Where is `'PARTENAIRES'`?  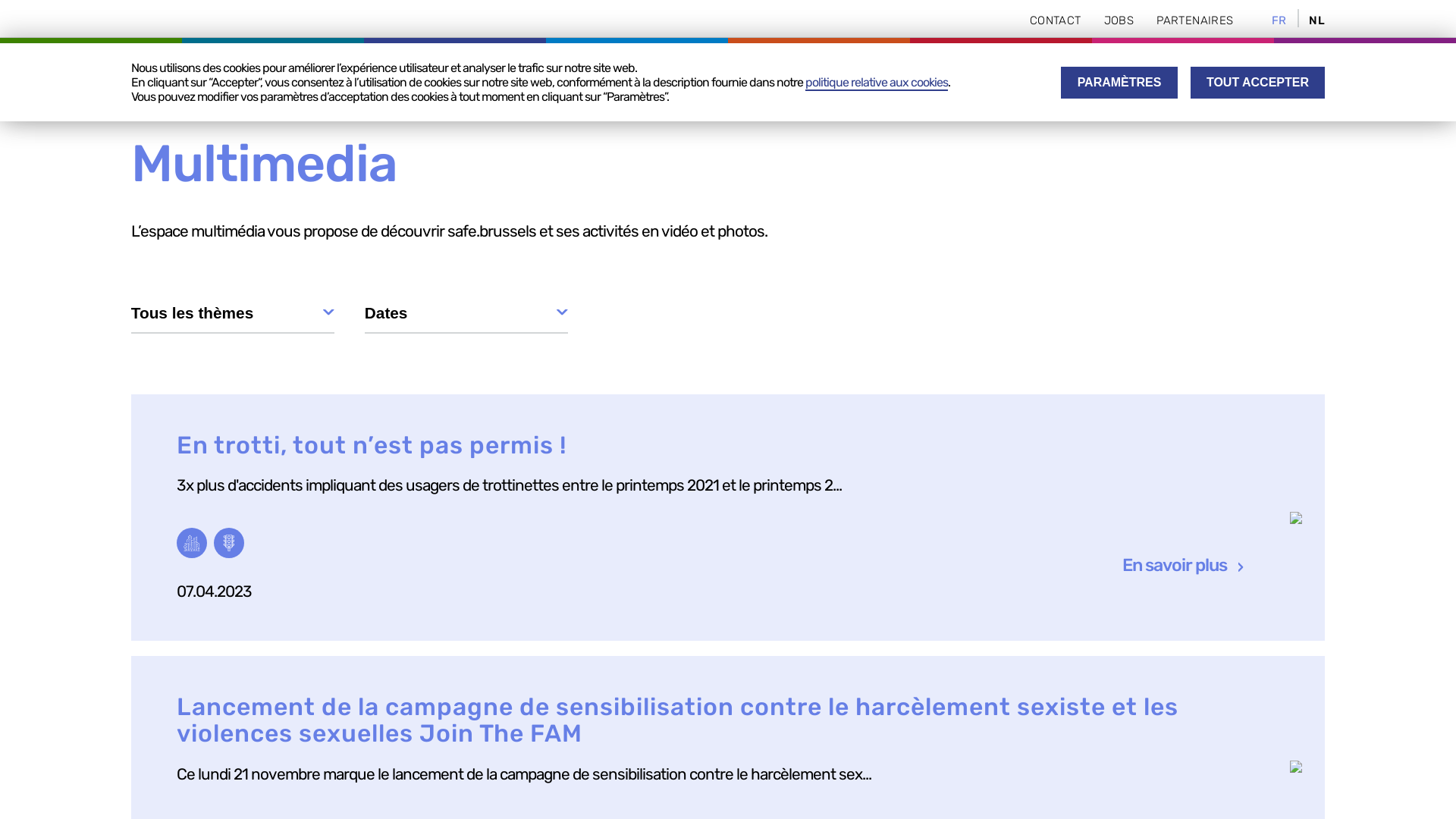 'PARTENAIRES' is located at coordinates (1156, 20).